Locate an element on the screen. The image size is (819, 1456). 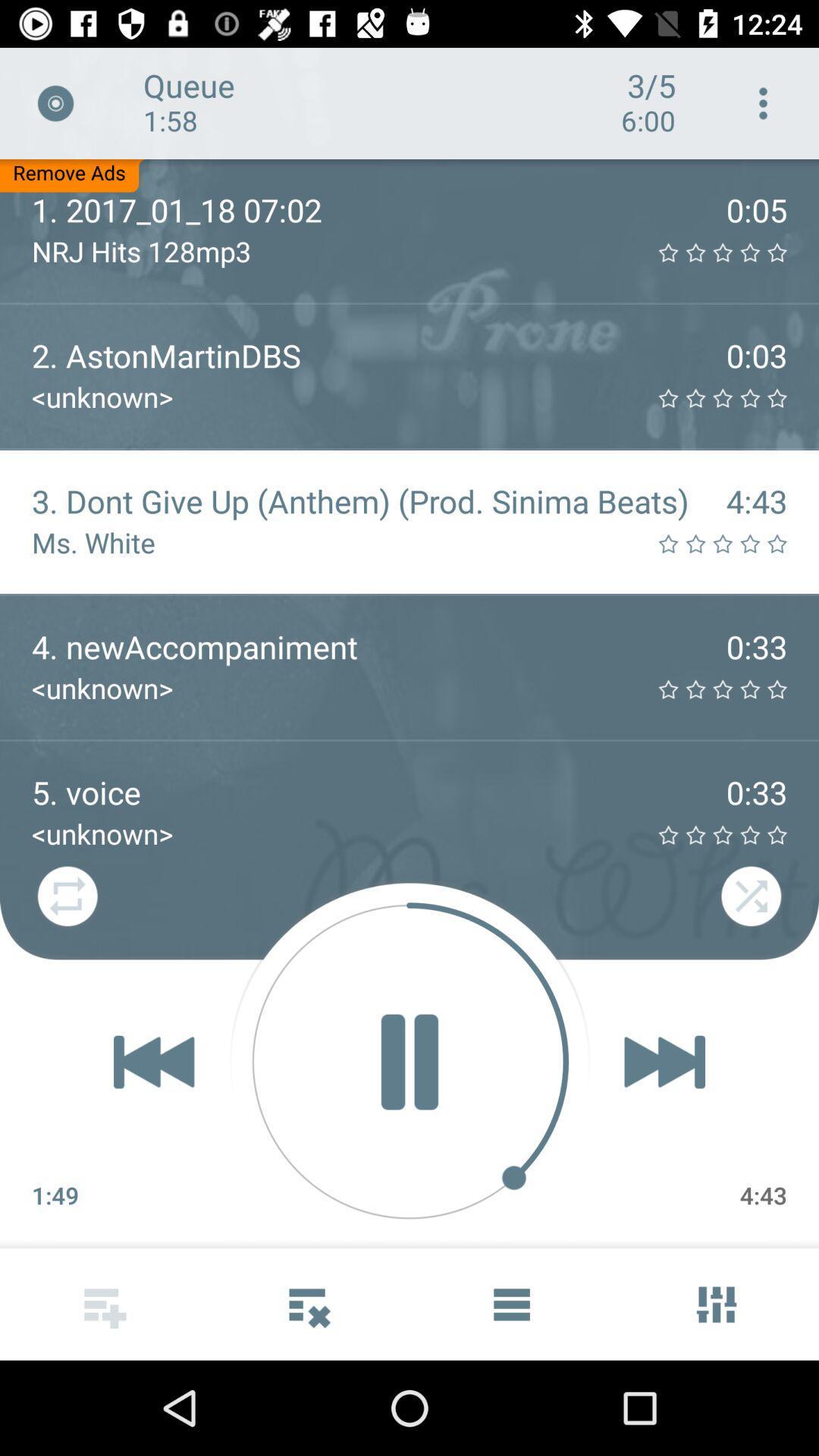
icon to the right of the 3/5 icon is located at coordinates (763, 102).